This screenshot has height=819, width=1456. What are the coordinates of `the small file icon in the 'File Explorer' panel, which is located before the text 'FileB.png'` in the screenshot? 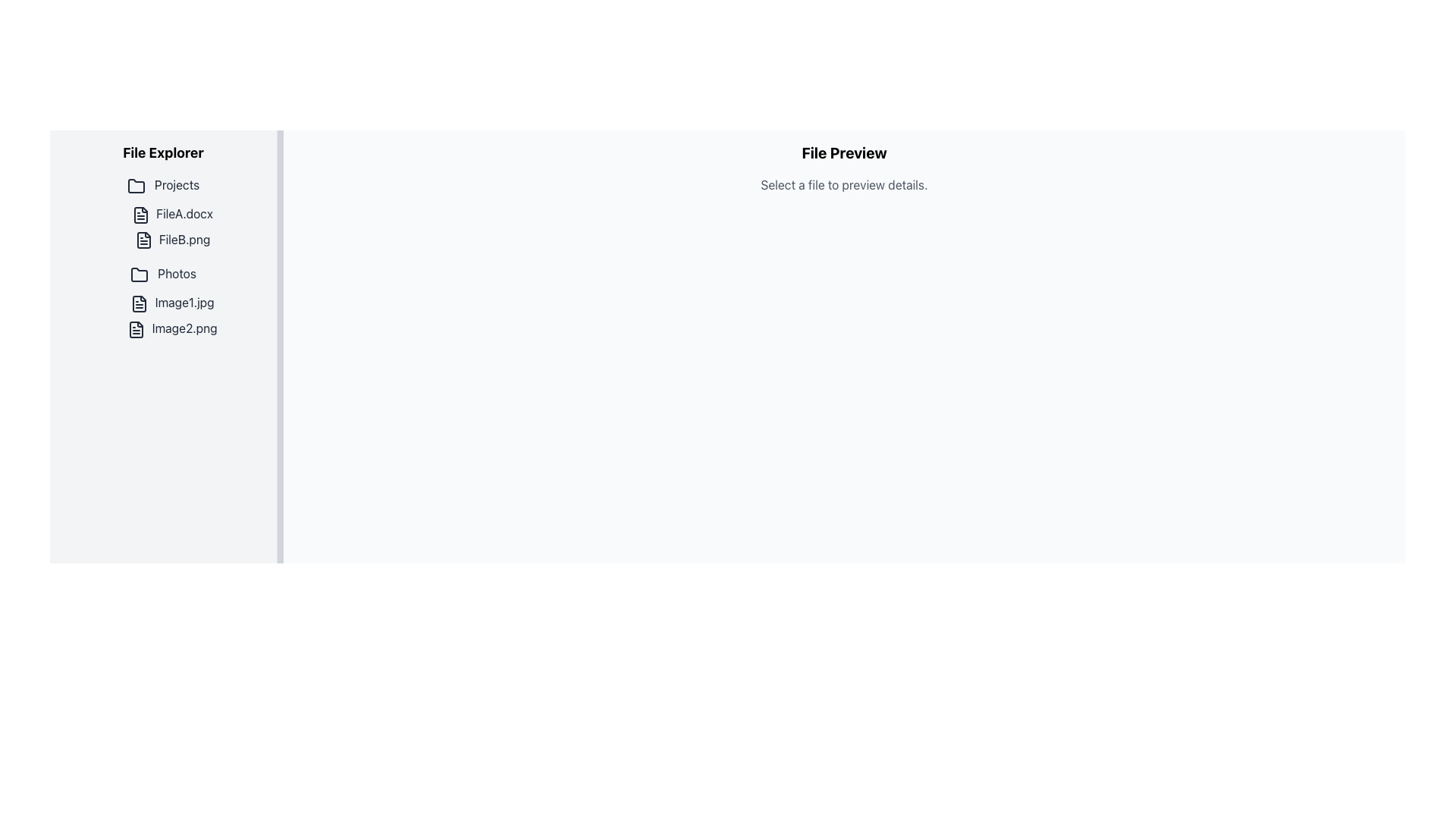 It's located at (143, 240).